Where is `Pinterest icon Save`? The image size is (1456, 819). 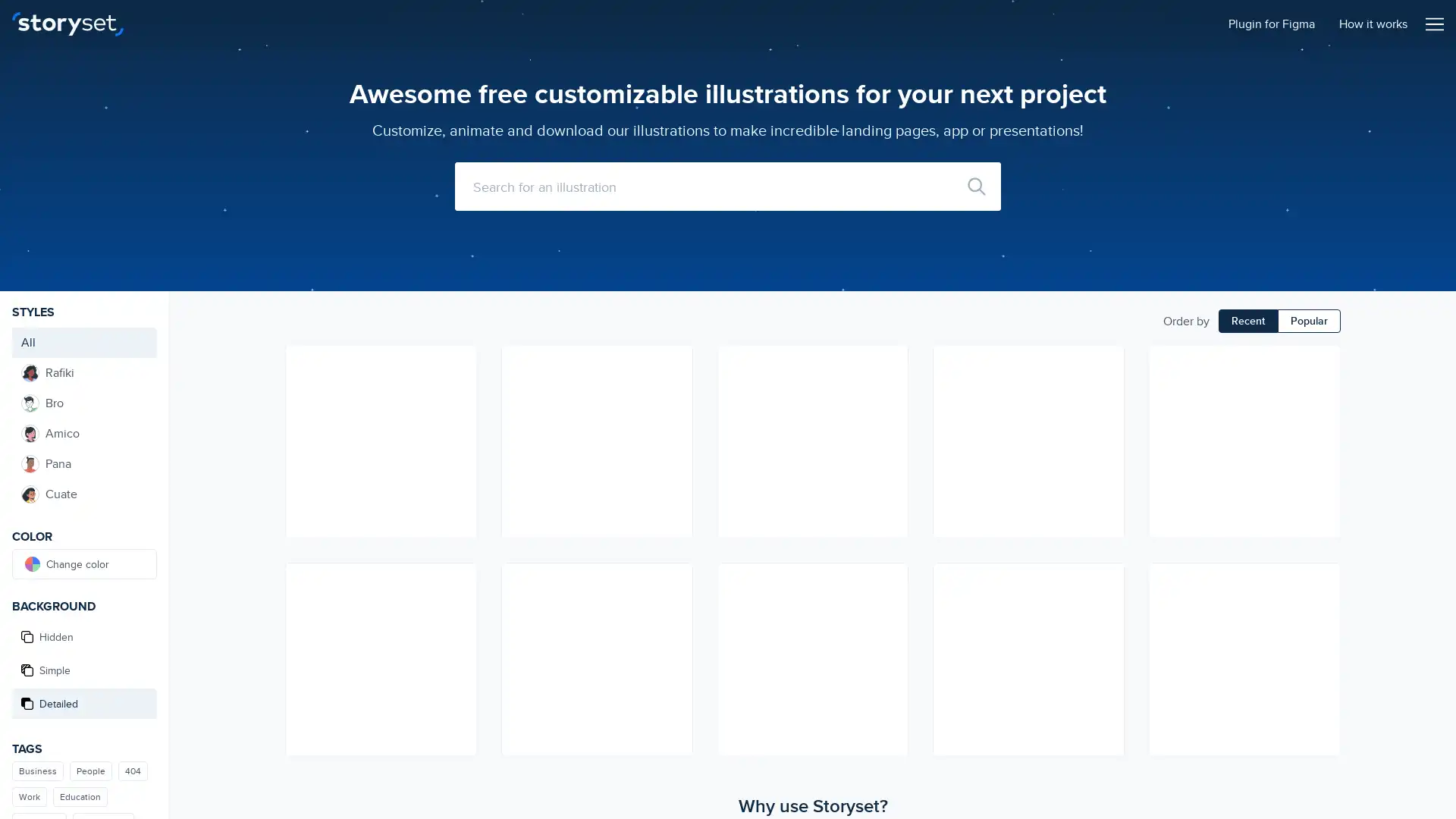
Pinterest icon Save is located at coordinates (1106, 635).